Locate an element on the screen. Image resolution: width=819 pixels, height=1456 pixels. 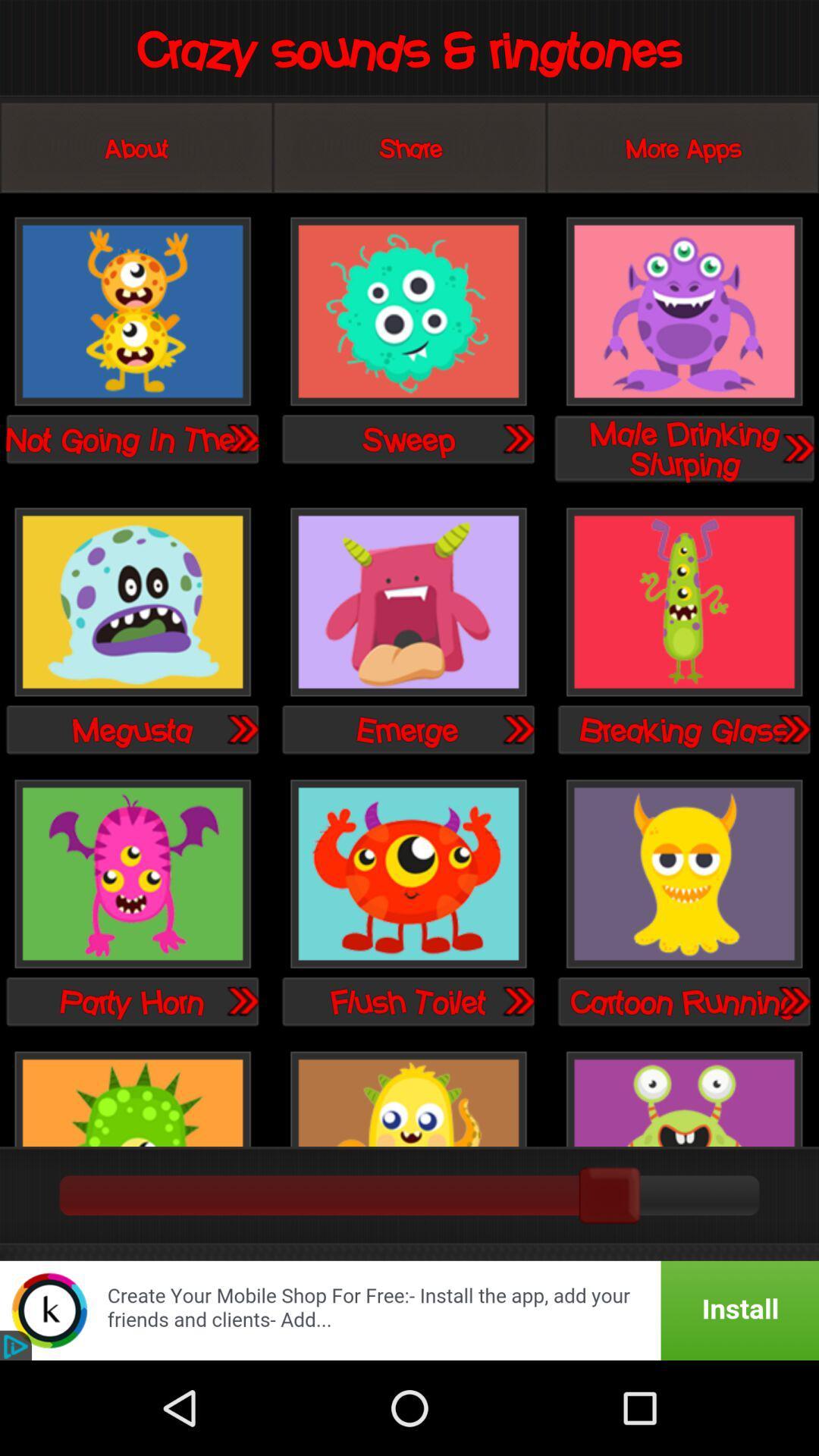
on this button you see another sound option is located at coordinates (241, 1001).